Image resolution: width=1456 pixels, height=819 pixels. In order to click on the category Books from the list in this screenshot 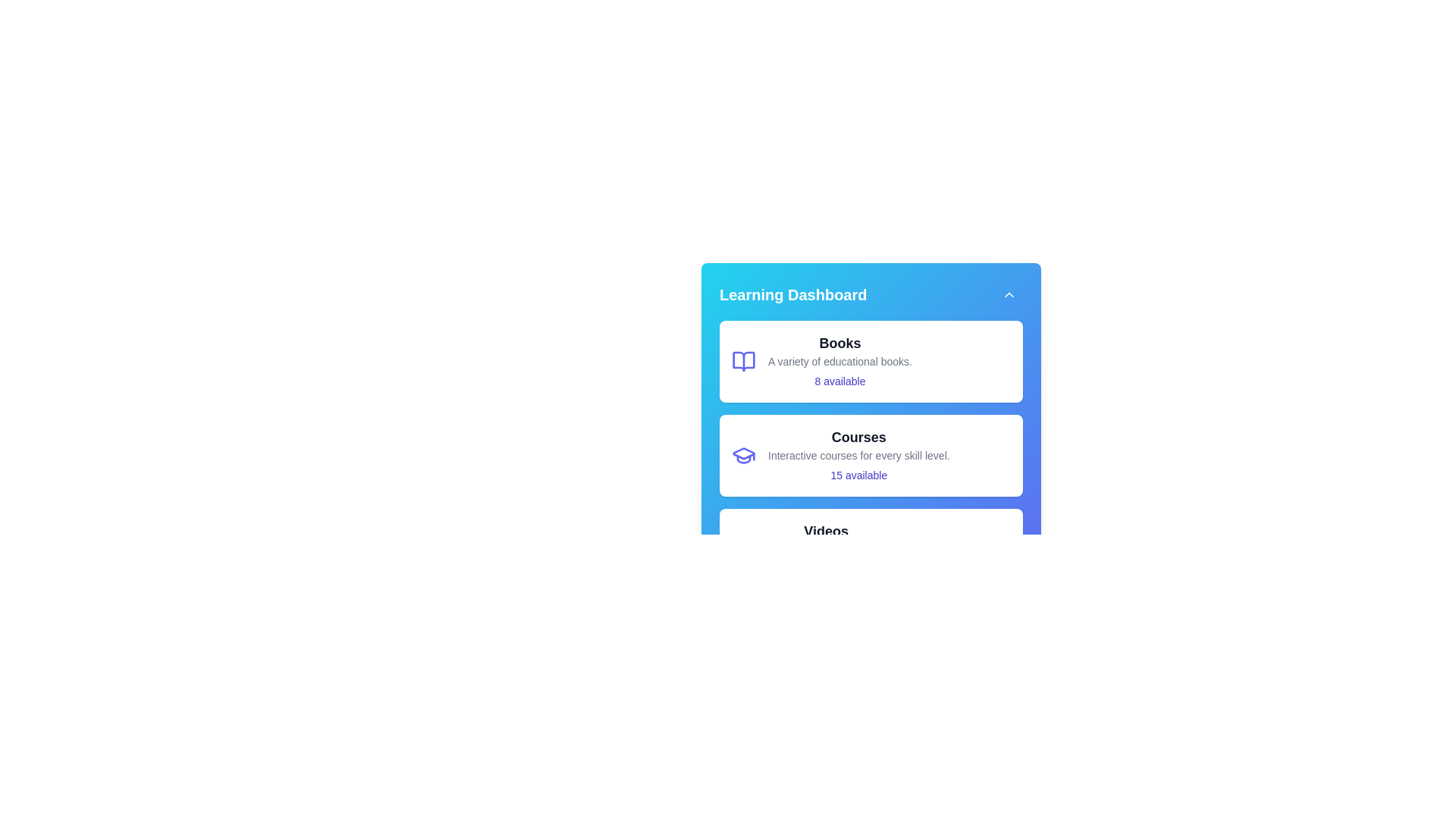, I will do `click(871, 362)`.